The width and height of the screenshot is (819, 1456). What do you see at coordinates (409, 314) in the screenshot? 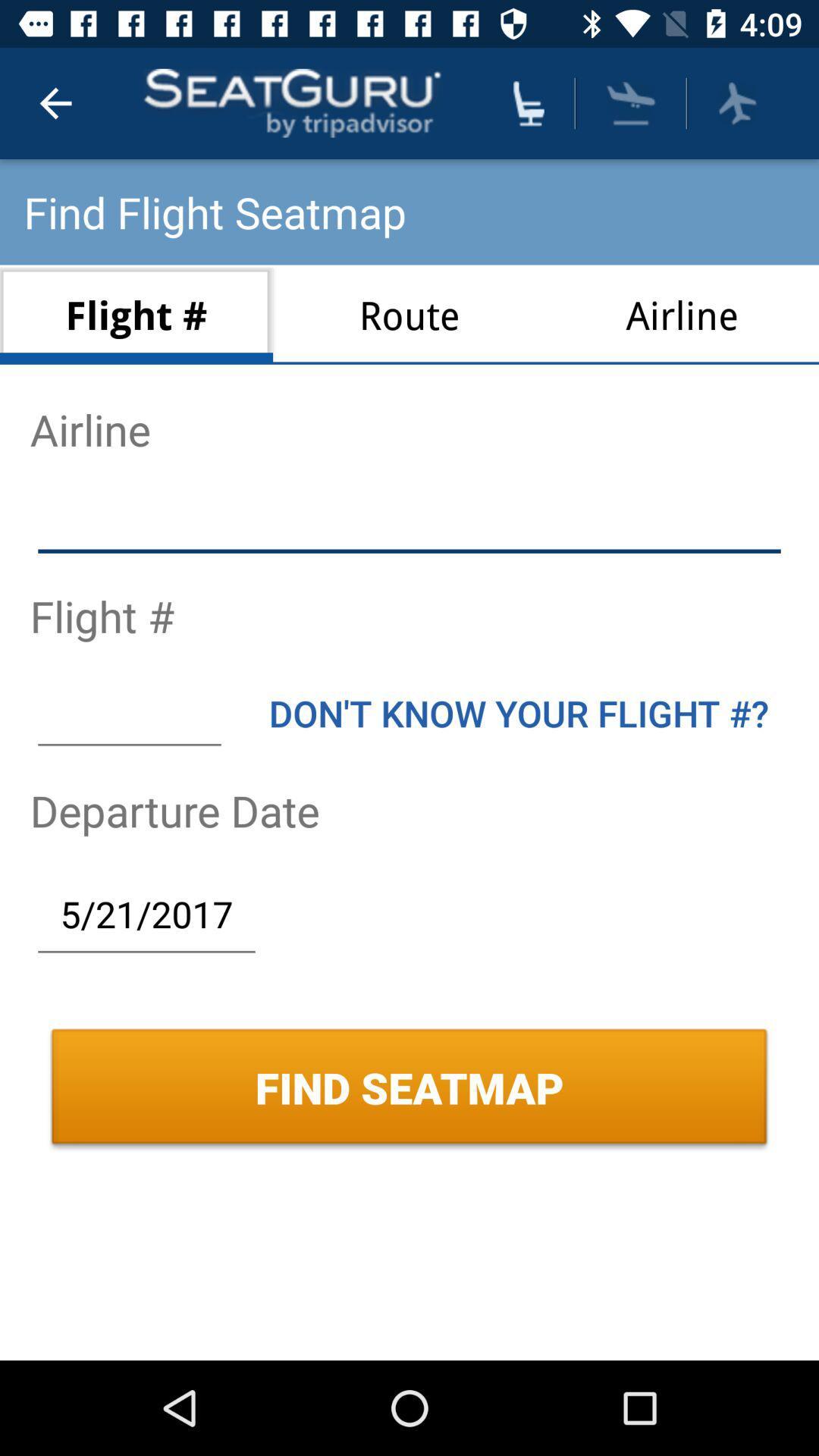
I see `item to the right of flight # item` at bounding box center [409, 314].